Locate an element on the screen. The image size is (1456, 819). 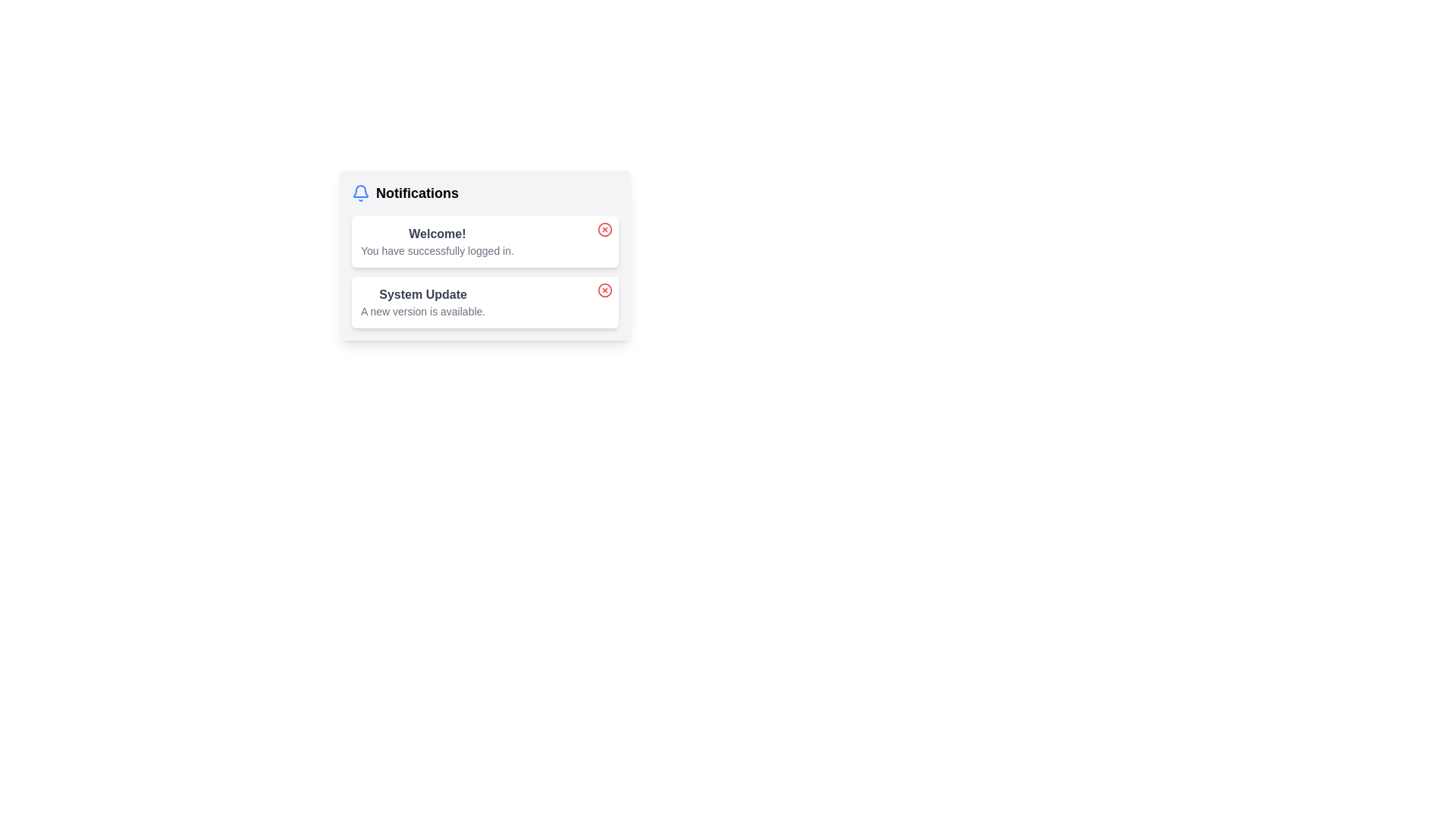
the text label element that reads 'System Update', which is styled in bold and colored dark gray, making it prominent within its notification card is located at coordinates (423, 295).